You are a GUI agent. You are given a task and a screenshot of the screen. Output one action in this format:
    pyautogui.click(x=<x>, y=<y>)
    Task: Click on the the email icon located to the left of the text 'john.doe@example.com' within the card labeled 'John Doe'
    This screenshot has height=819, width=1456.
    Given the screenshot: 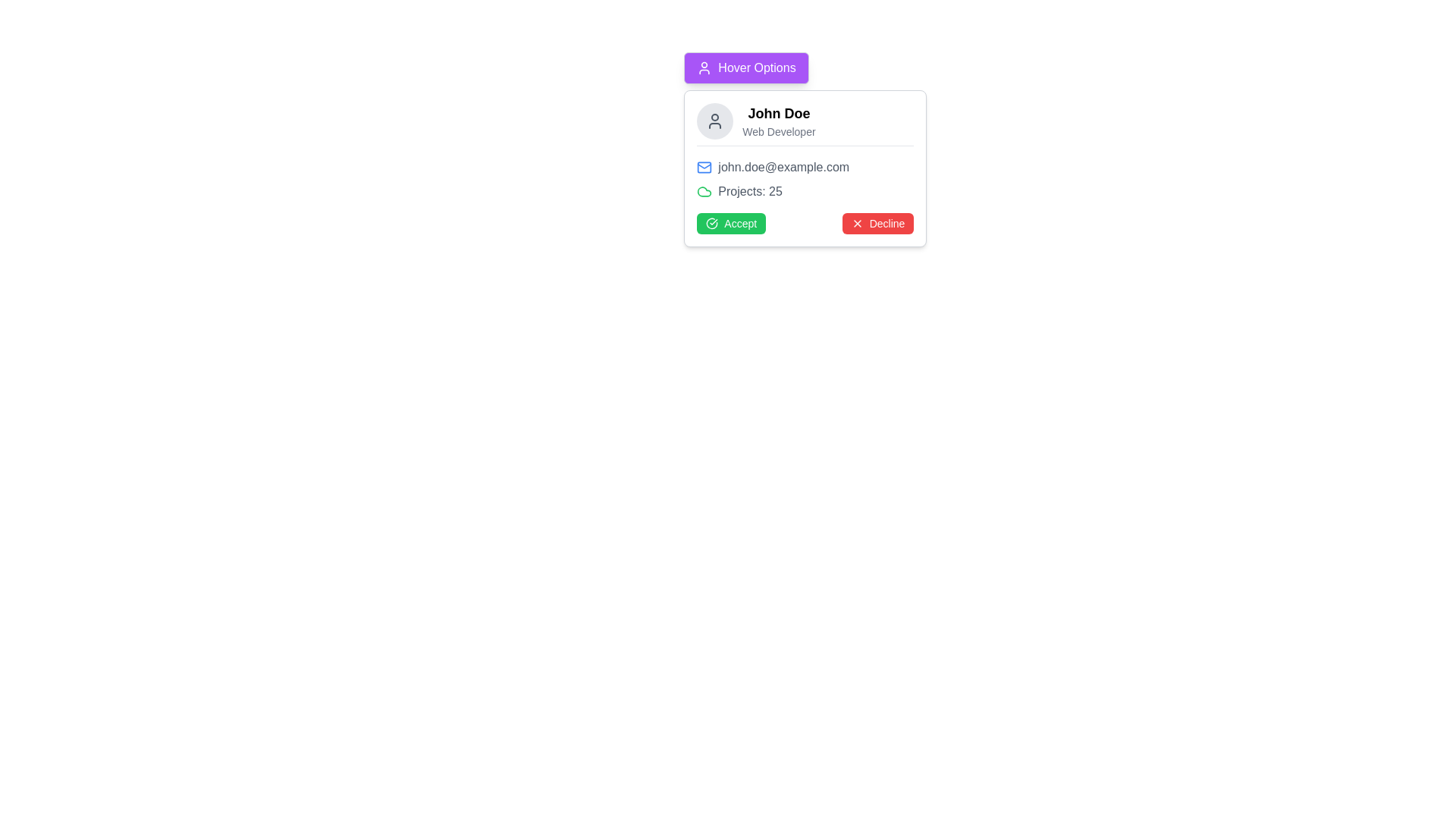 What is the action you would take?
    pyautogui.click(x=704, y=167)
    